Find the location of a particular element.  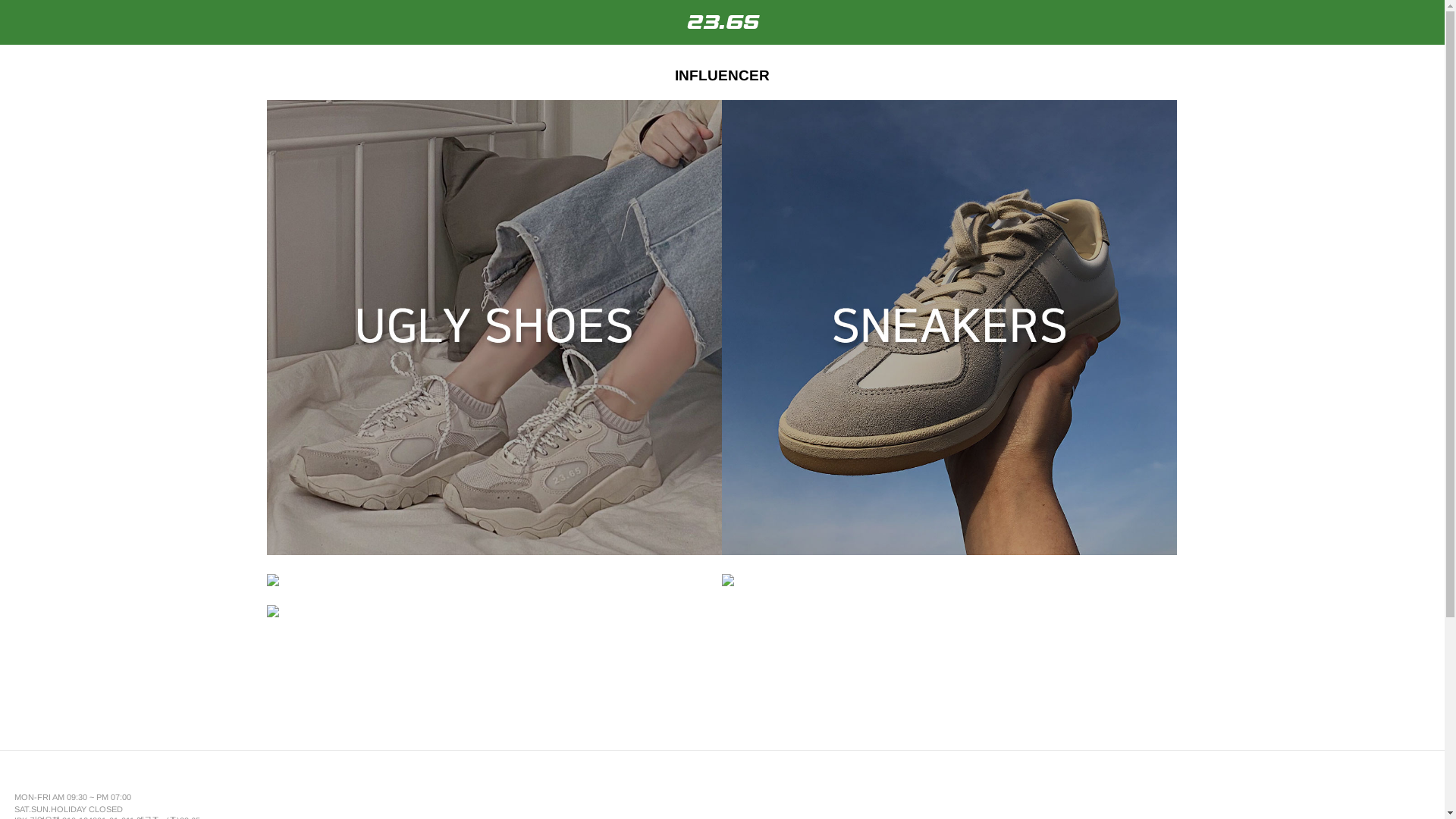

'23.65' is located at coordinates (720, 22).